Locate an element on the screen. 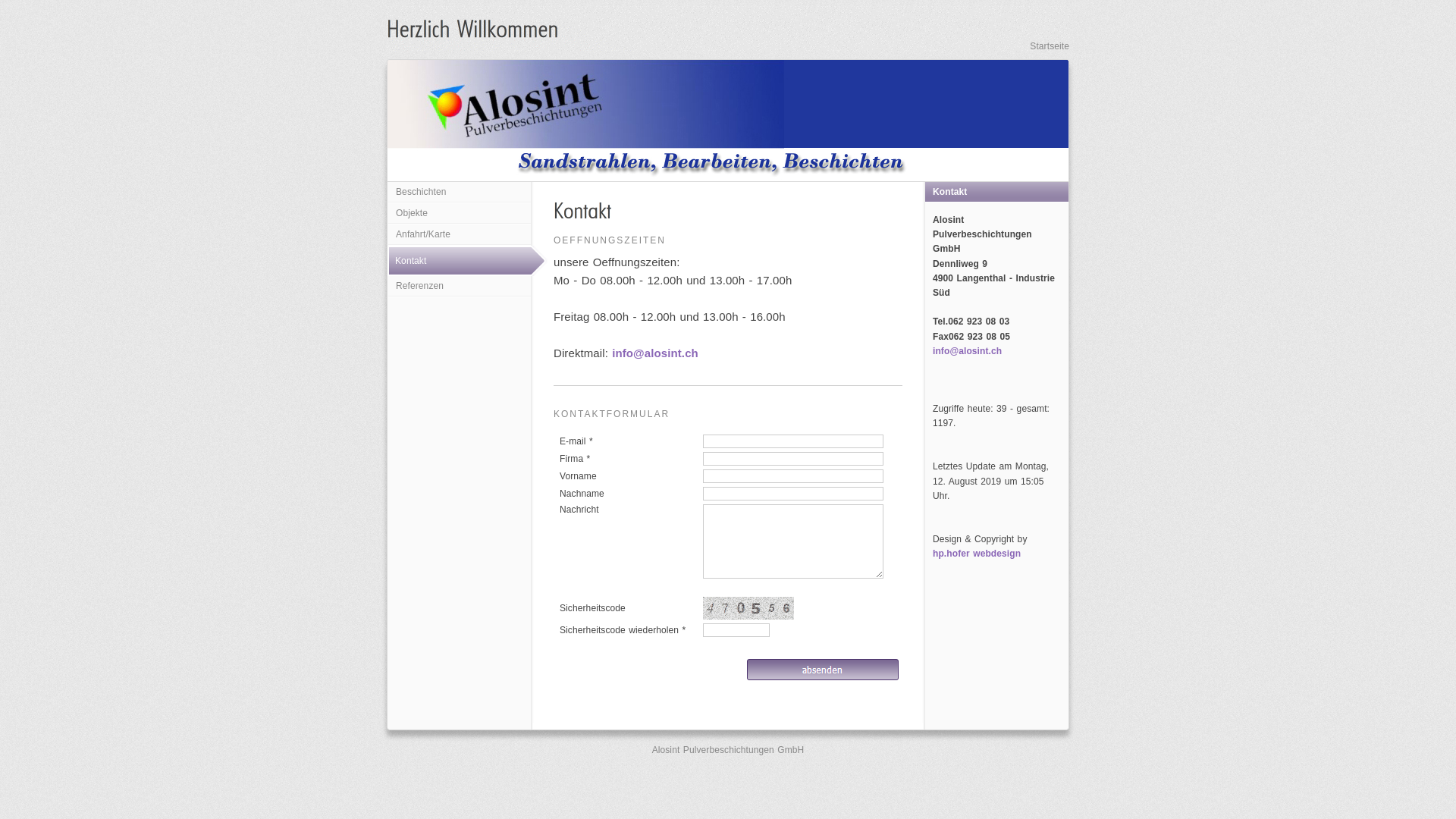 This screenshot has width=1456, height=819. 'Referenzen' is located at coordinates (458, 287).